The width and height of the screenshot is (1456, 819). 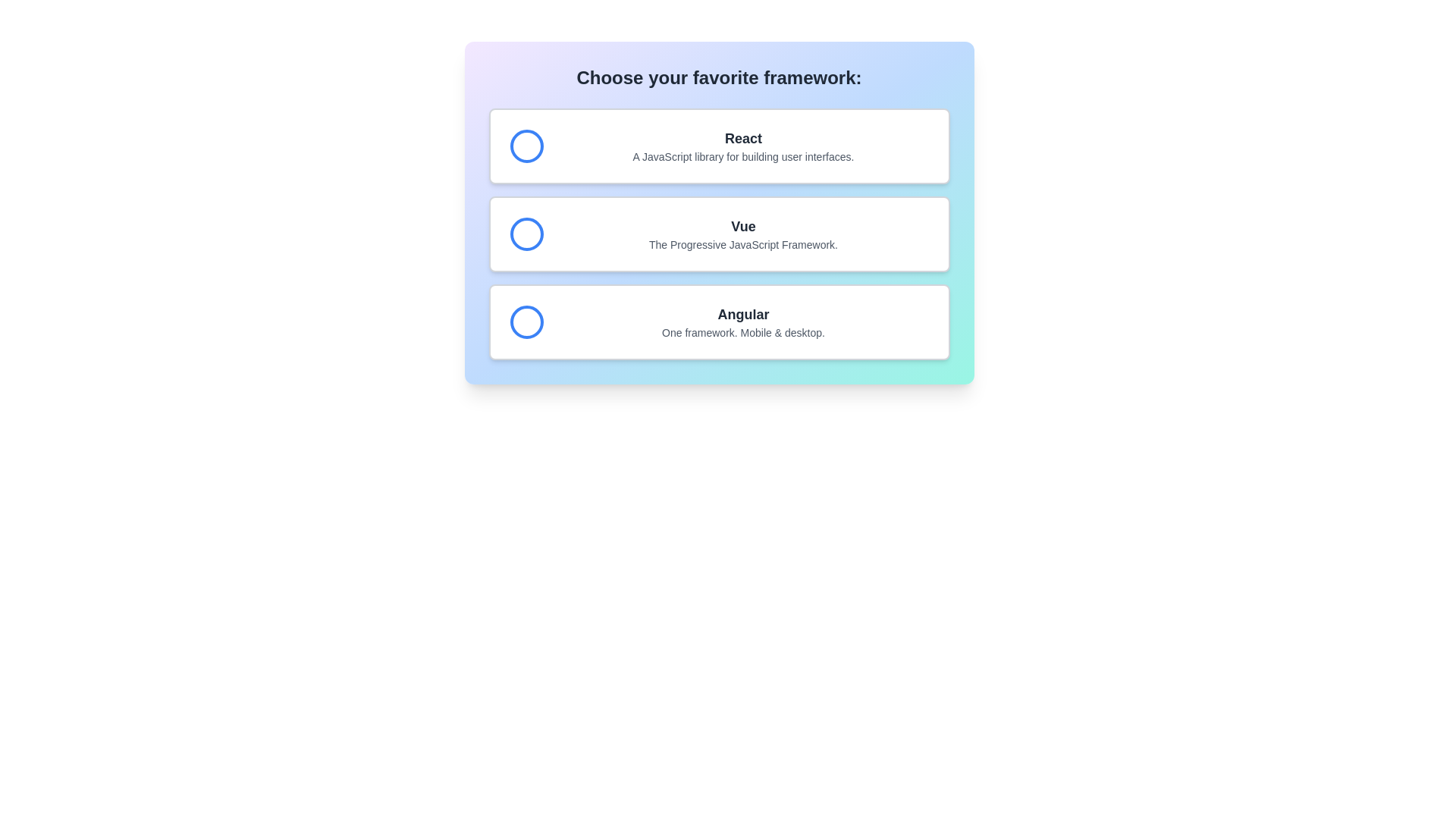 I want to click on the text element that contains 'The Progressive JavaScript Framework.' which is styled in gray and positioned below the bold 'Vue' text, so click(x=743, y=244).